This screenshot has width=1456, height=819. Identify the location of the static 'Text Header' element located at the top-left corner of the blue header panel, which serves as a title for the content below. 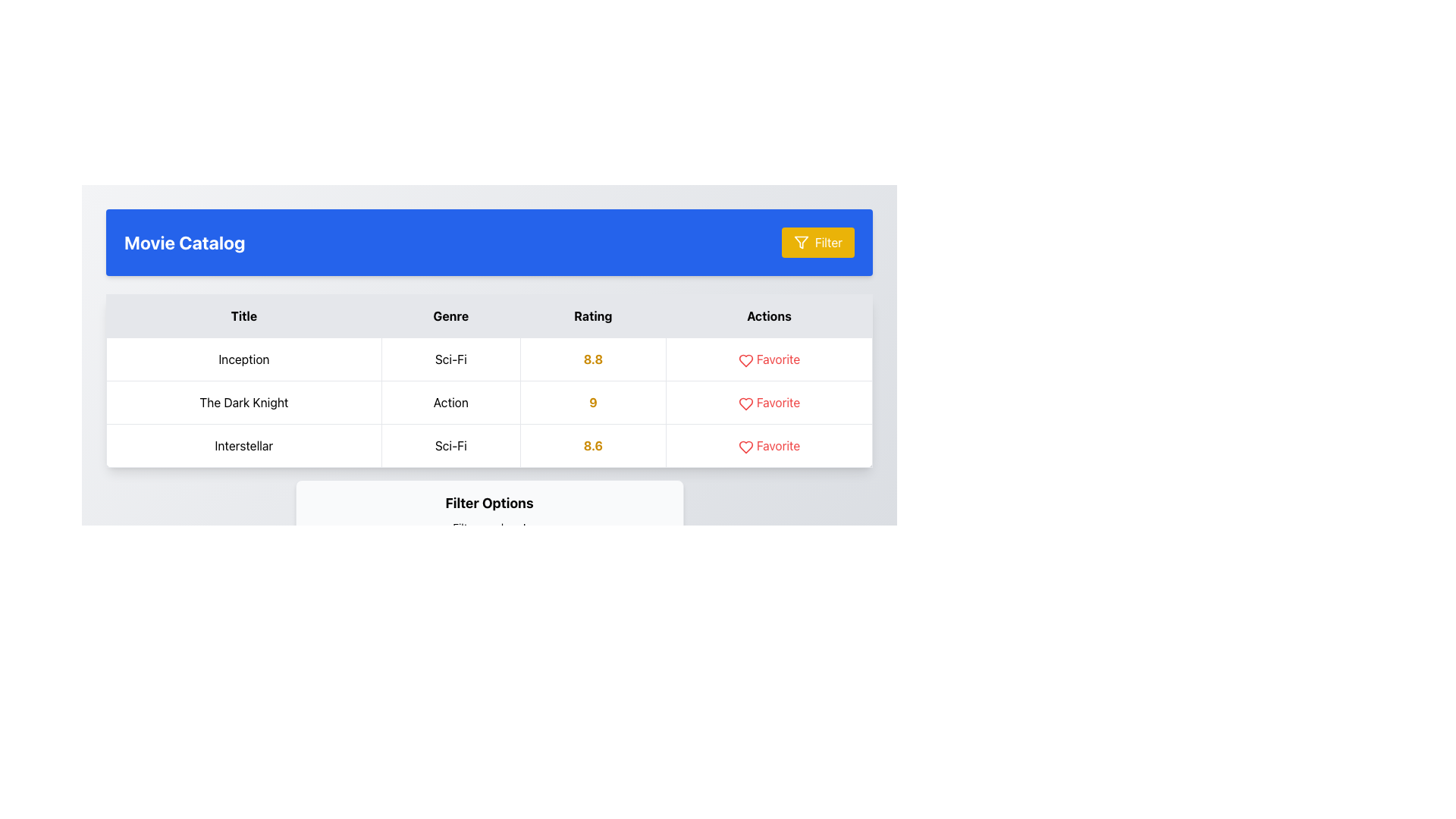
(184, 242).